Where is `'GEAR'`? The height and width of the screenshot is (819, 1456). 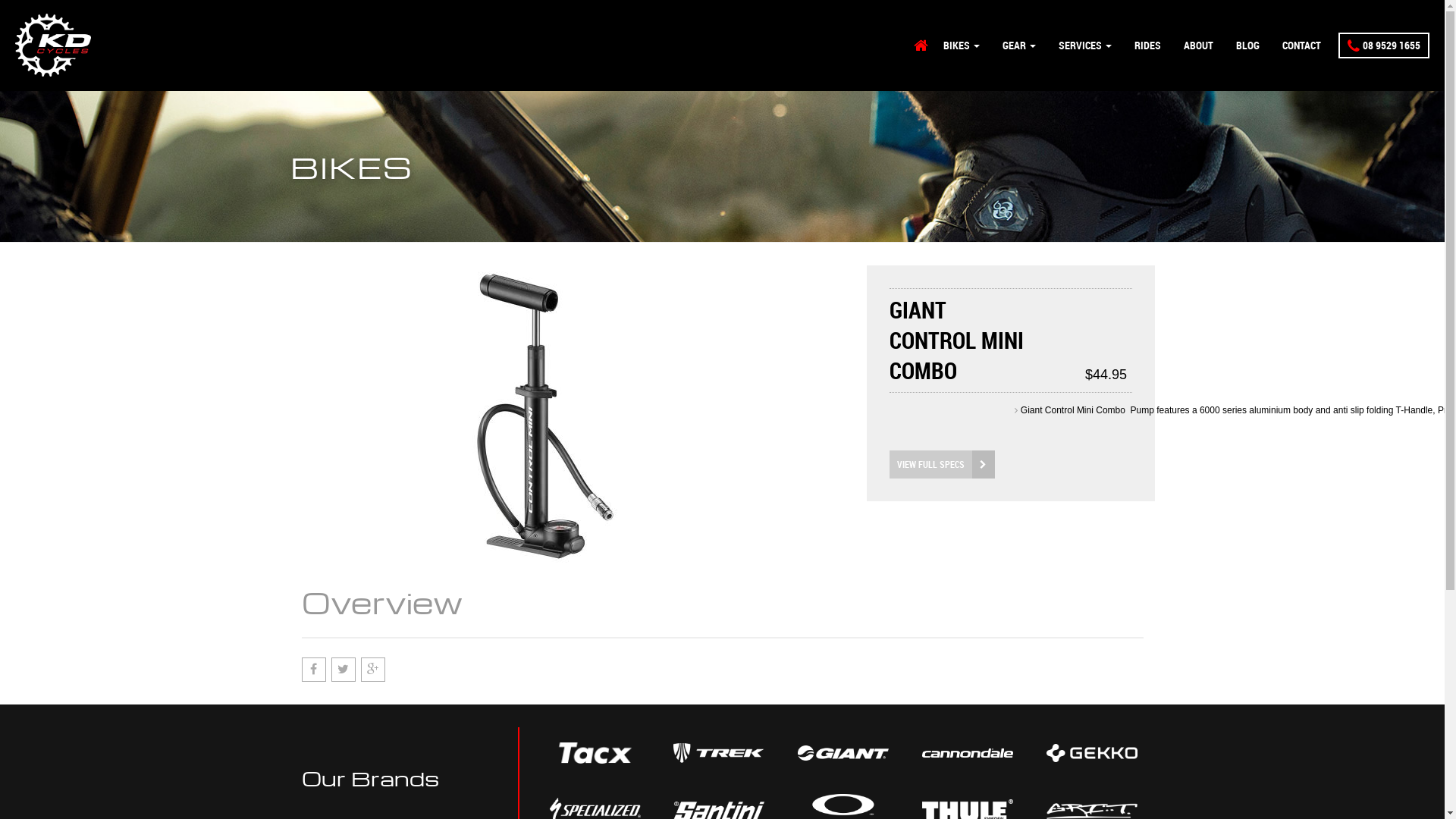
'GEAR' is located at coordinates (990, 45).